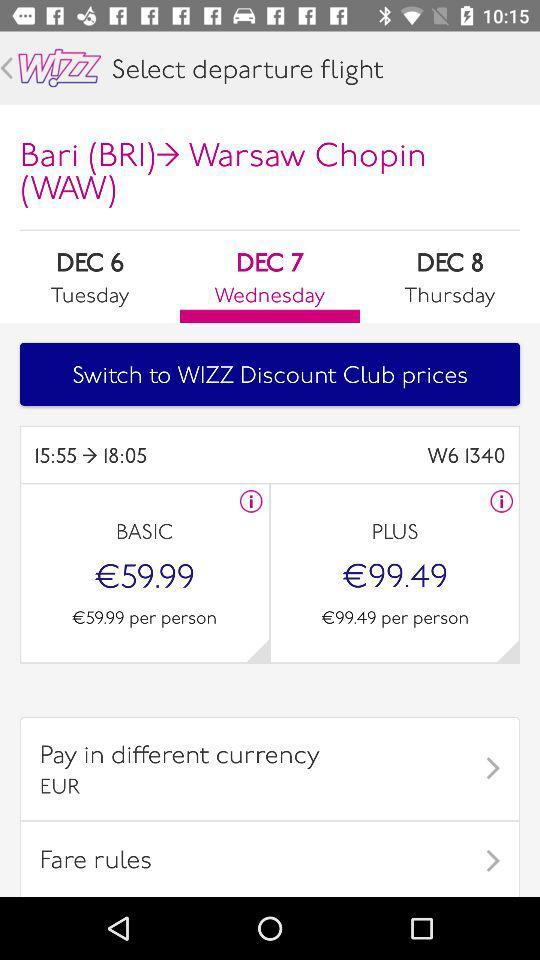 Image resolution: width=540 pixels, height=960 pixels. Describe the element at coordinates (500, 500) in the screenshot. I see `more info` at that location.